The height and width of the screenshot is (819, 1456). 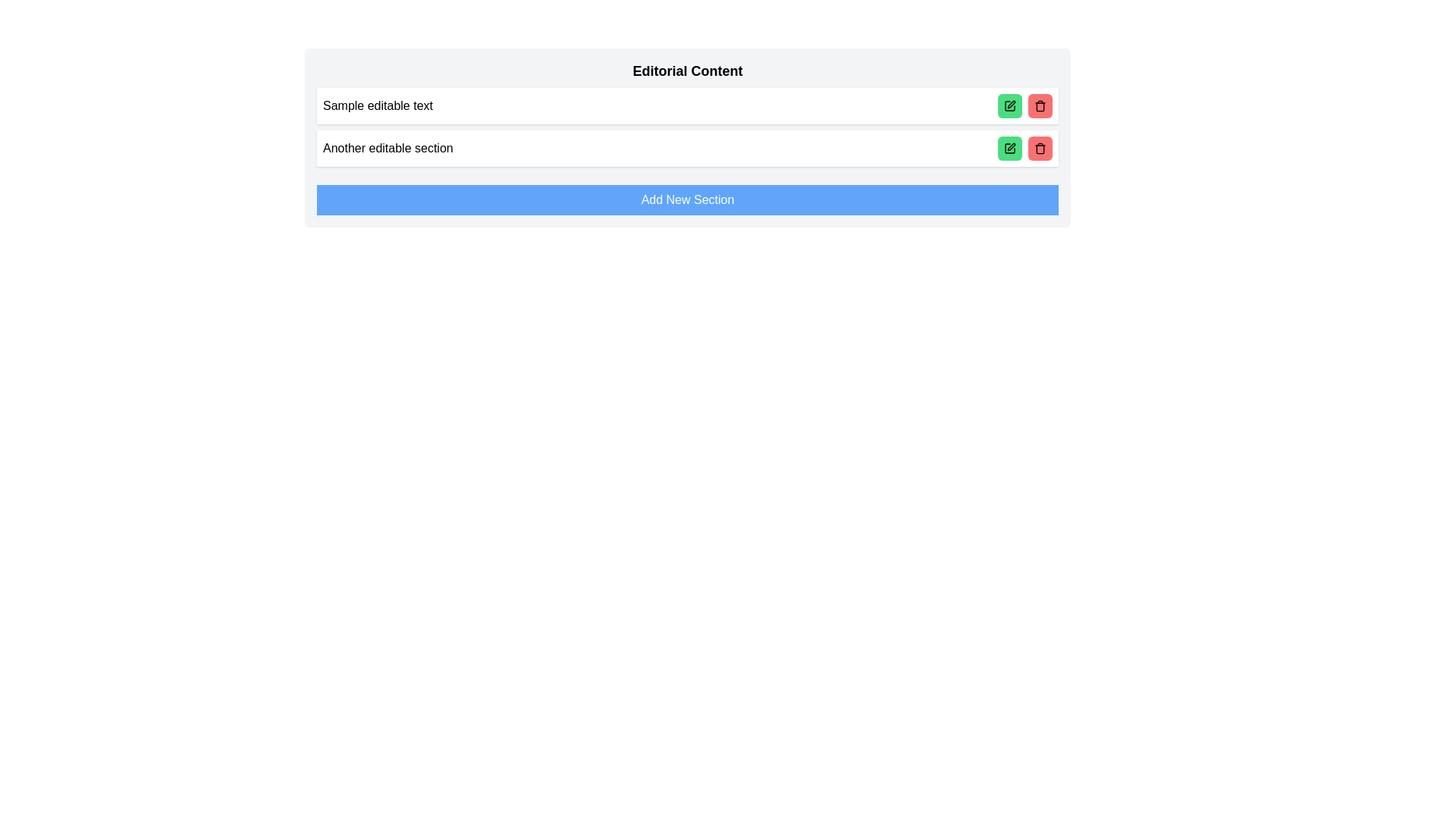 What do you see at coordinates (1040, 149) in the screenshot?
I see `the trash can icon located within the red rectangular delete button at the right end of the first editable text section` at bounding box center [1040, 149].